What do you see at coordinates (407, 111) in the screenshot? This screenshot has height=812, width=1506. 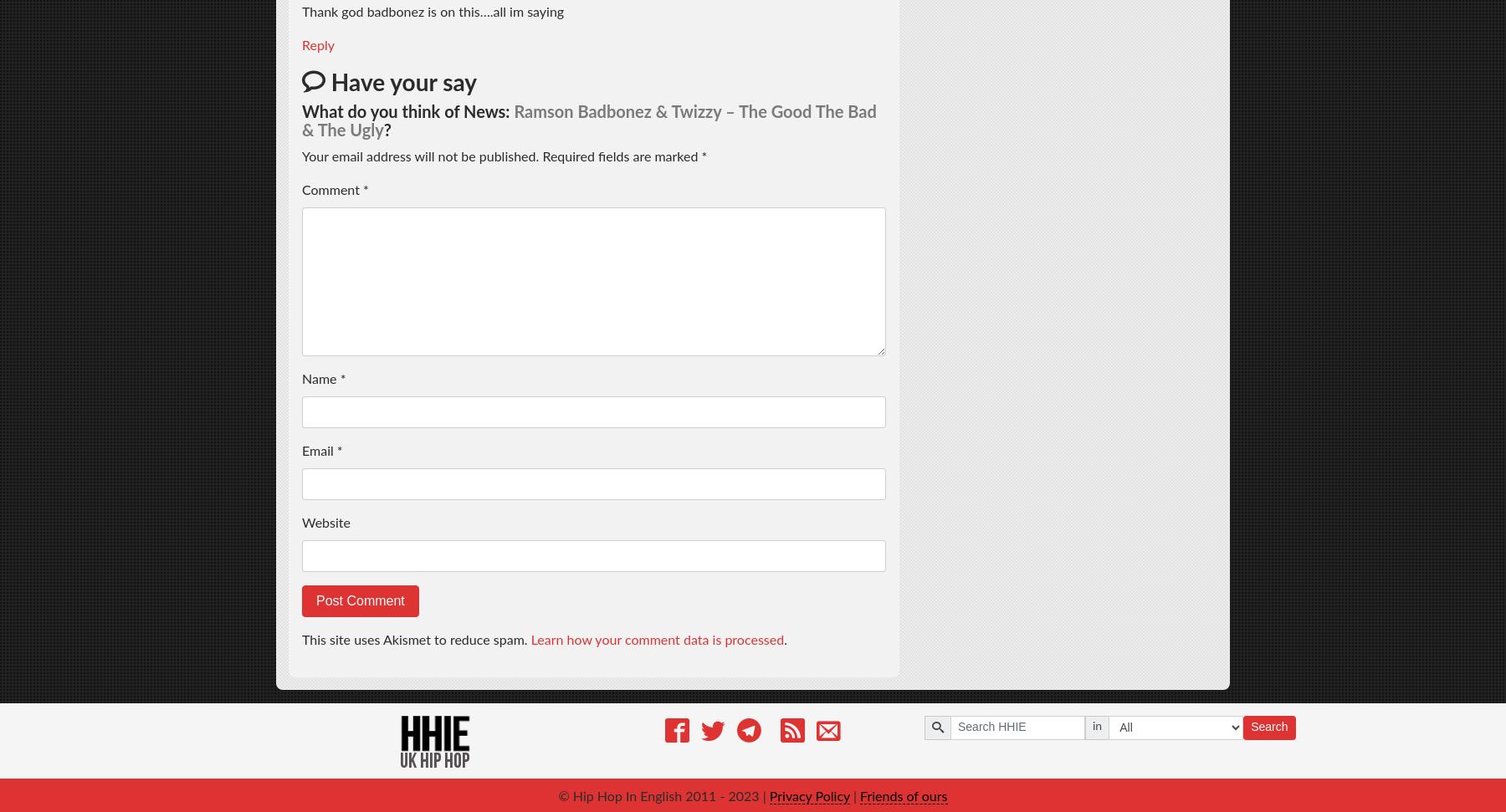 I see `'What do you think of News:'` at bounding box center [407, 111].